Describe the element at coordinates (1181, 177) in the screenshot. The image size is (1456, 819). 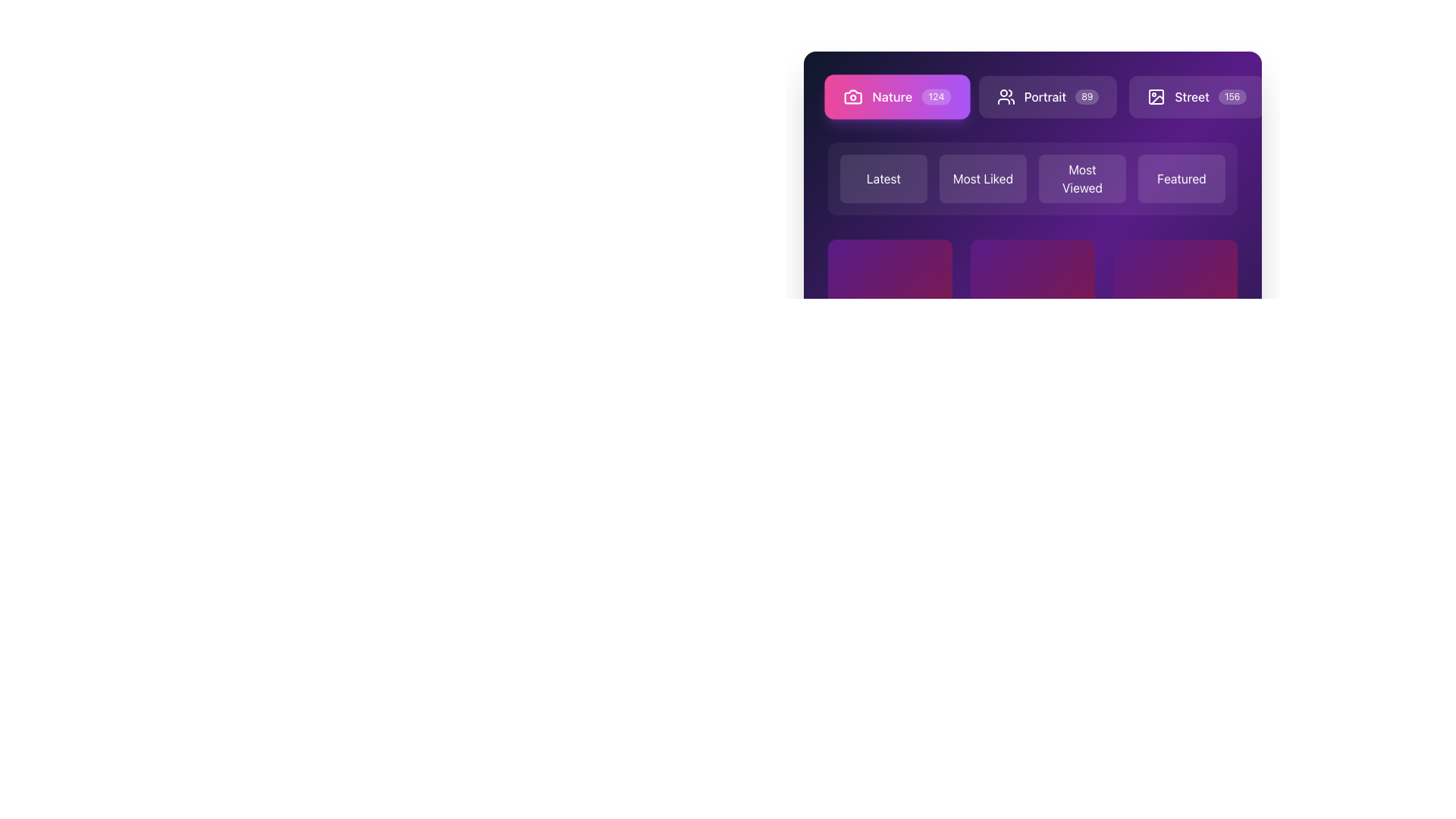
I see `the 'Featured' filter button, which is the fourth button from the left in a row of four buttons, located below category tabs and above content cards, to change its background` at that location.